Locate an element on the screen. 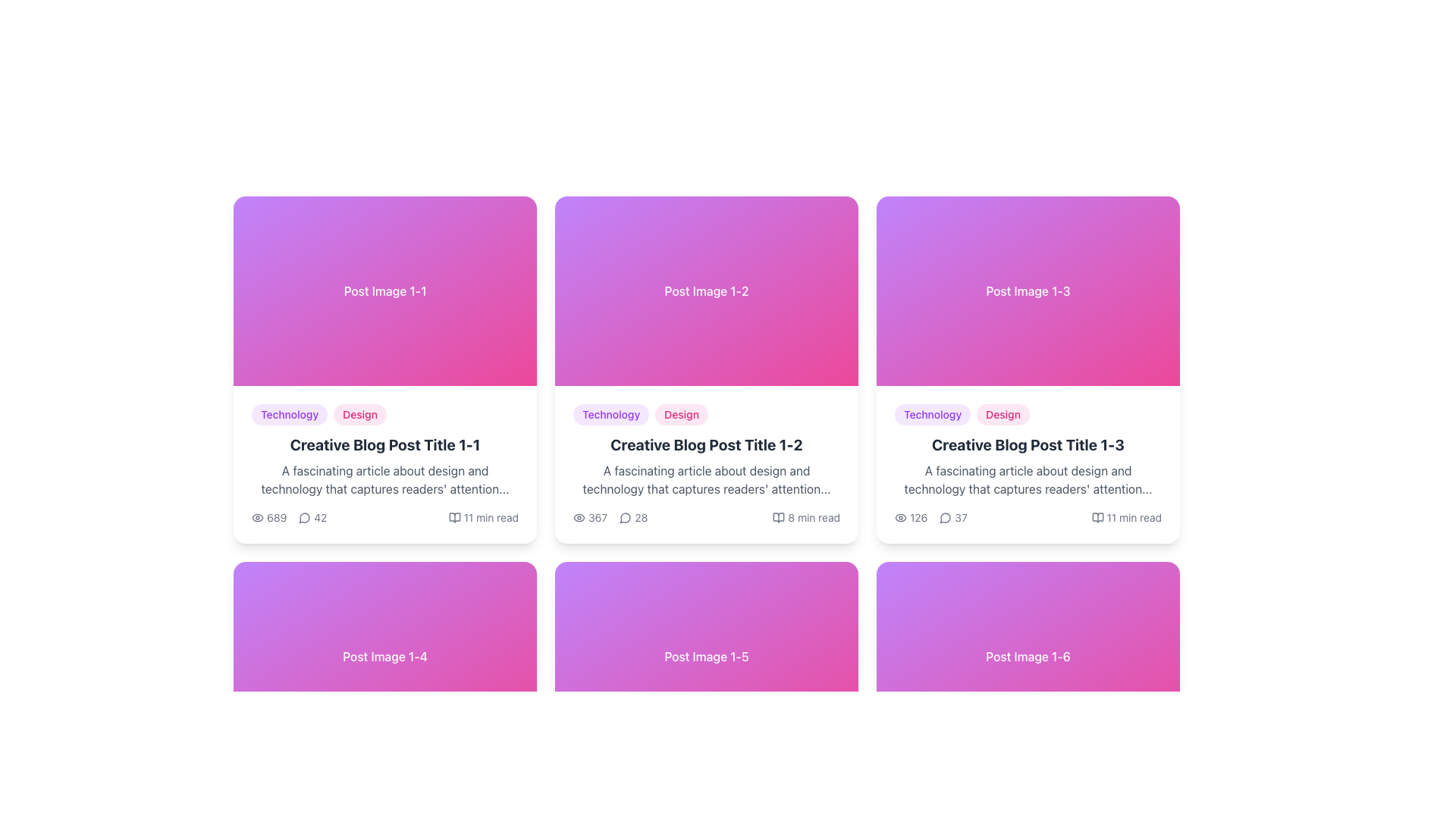 Image resolution: width=1456 pixels, height=819 pixels. the rectangular graphical block styled with a gradient from purple to pink that contains the centered white text 'Post Image 1-3.' is located at coordinates (1028, 291).